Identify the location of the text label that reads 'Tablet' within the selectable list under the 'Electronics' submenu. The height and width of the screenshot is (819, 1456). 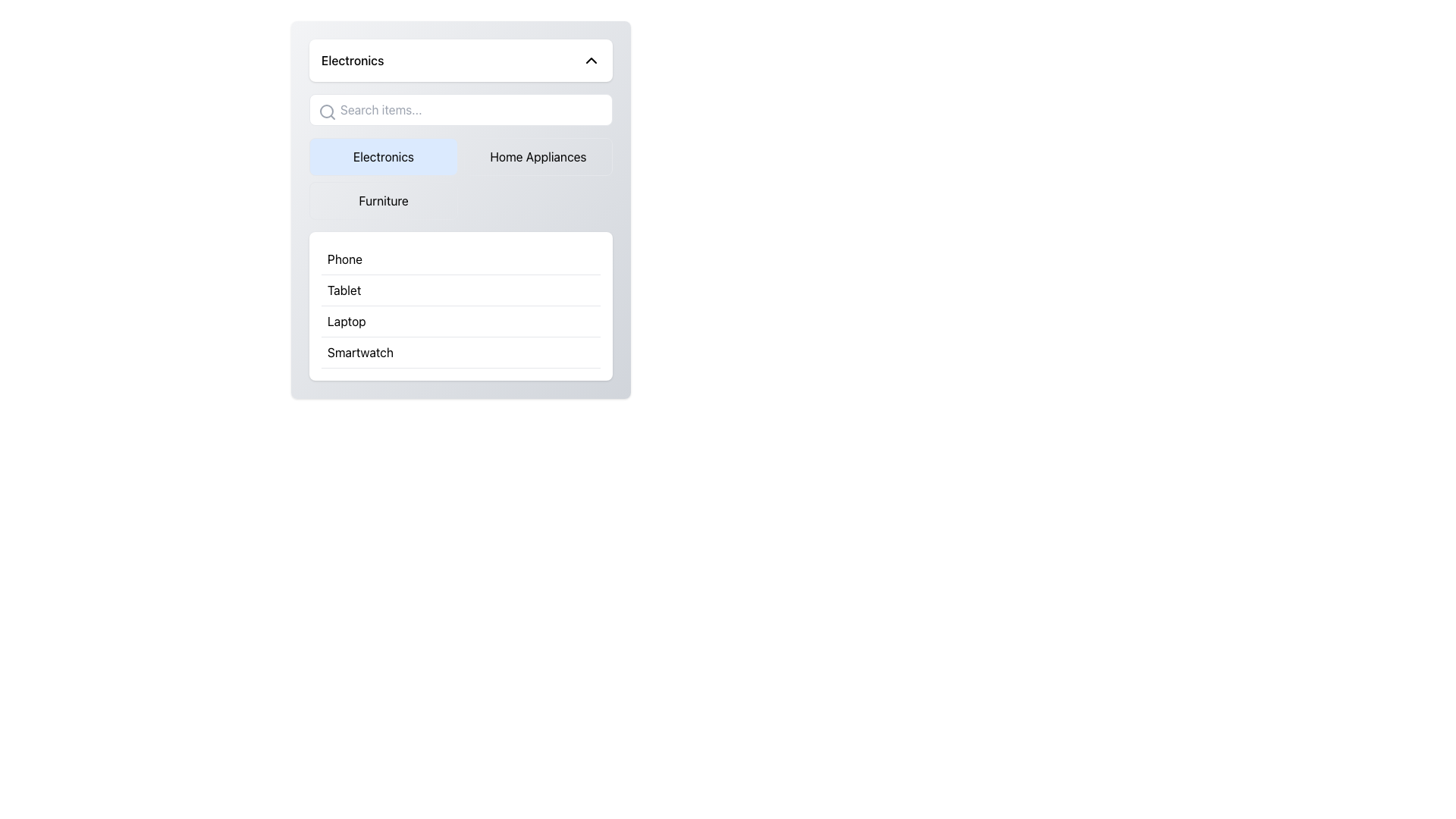
(344, 290).